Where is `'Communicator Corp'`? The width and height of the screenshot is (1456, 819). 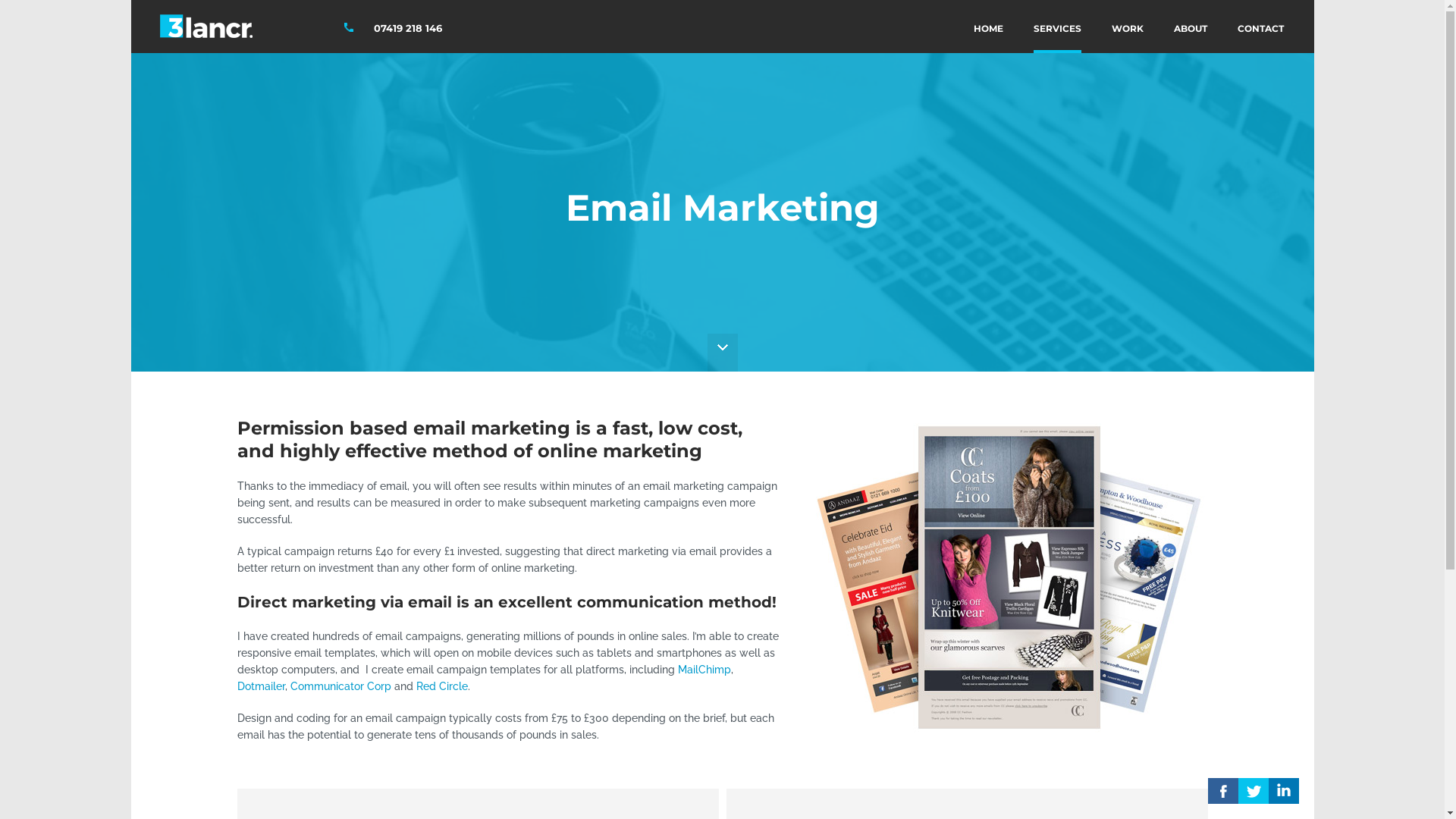
'Communicator Corp' is located at coordinates (290, 686).